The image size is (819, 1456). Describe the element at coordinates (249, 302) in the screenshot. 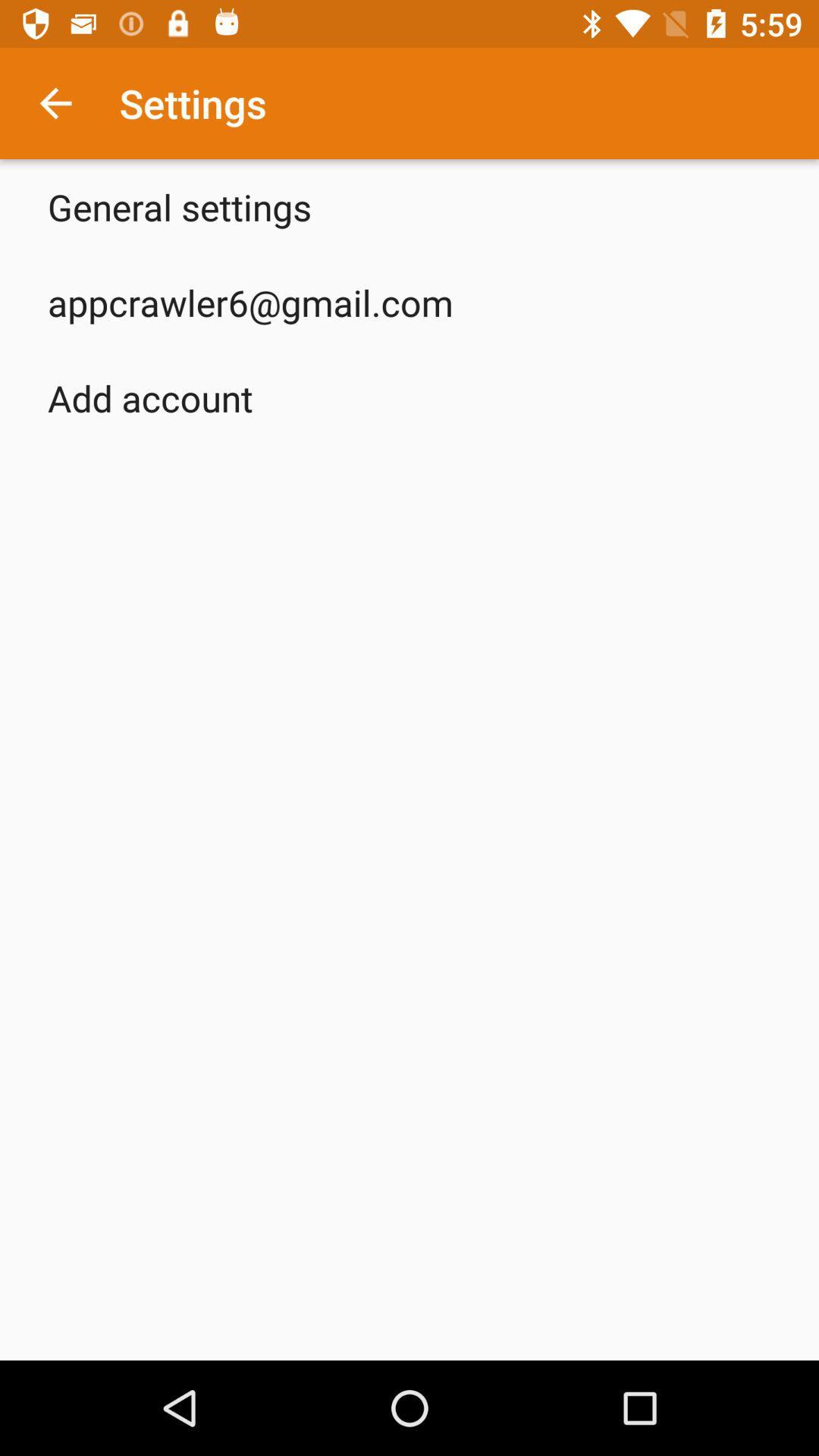

I see `appcrawler6@gmail.com app` at that location.